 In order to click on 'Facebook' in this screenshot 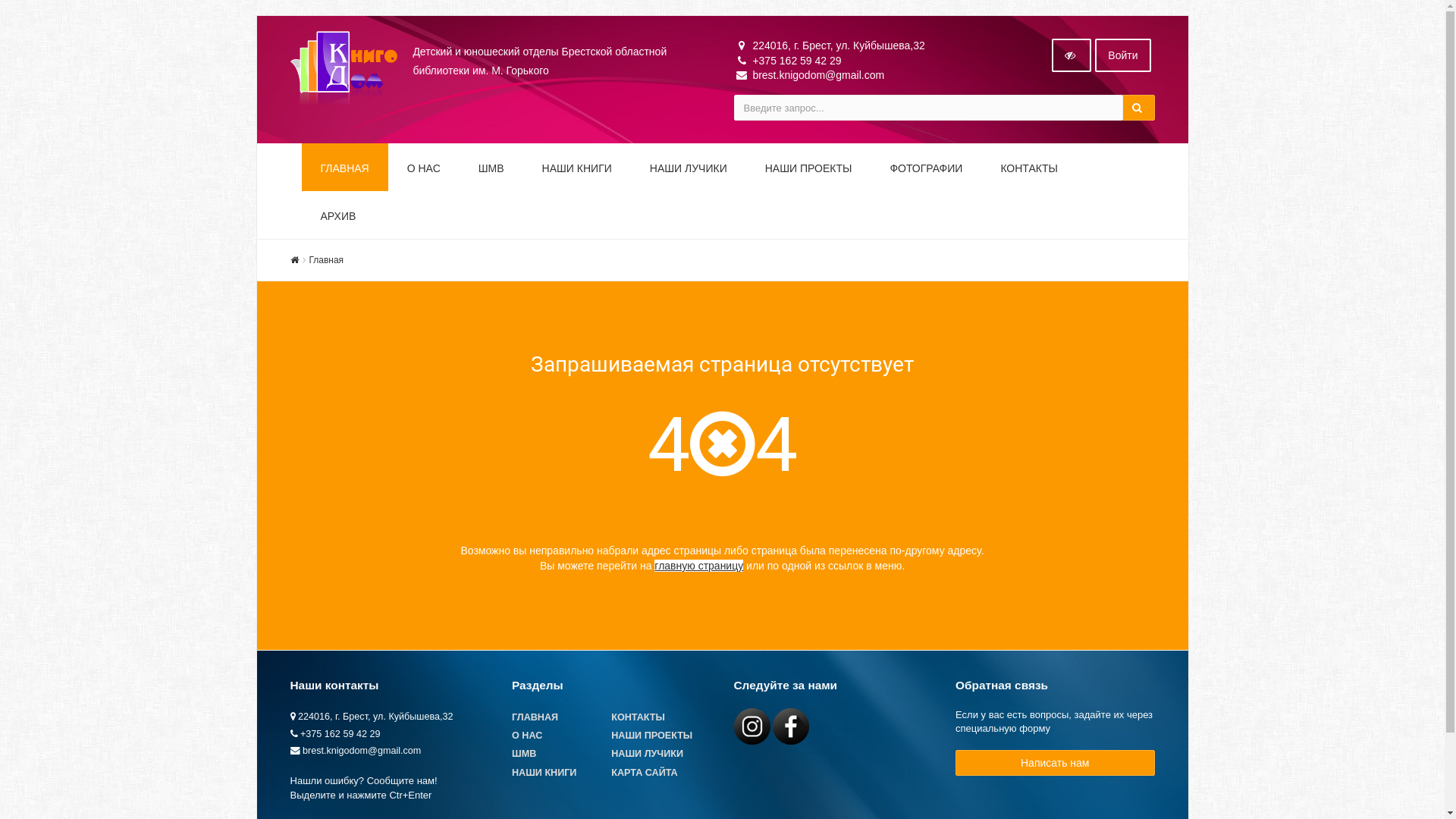, I will do `click(772, 725)`.